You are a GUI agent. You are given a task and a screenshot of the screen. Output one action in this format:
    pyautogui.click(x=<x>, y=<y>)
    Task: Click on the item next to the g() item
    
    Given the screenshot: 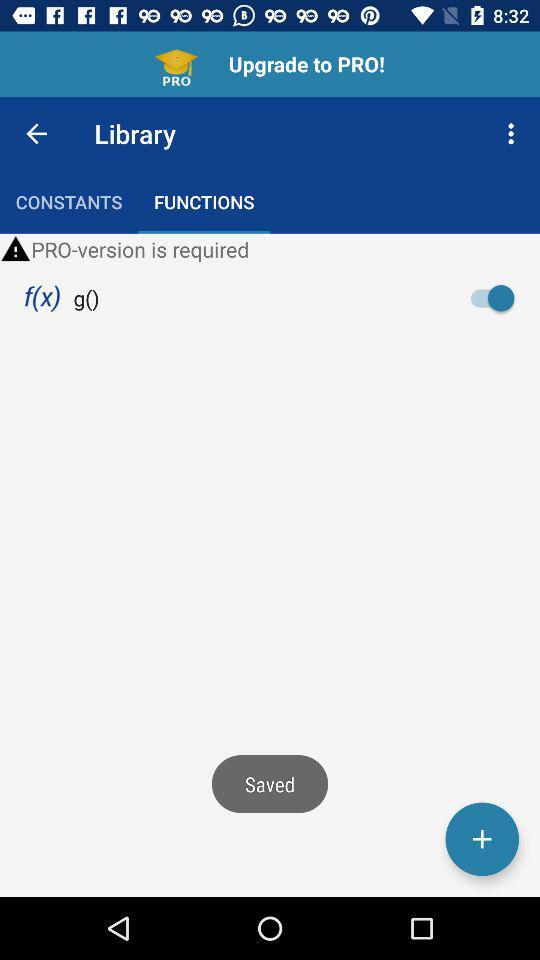 What is the action you would take?
    pyautogui.click(x=497, y=297)
    